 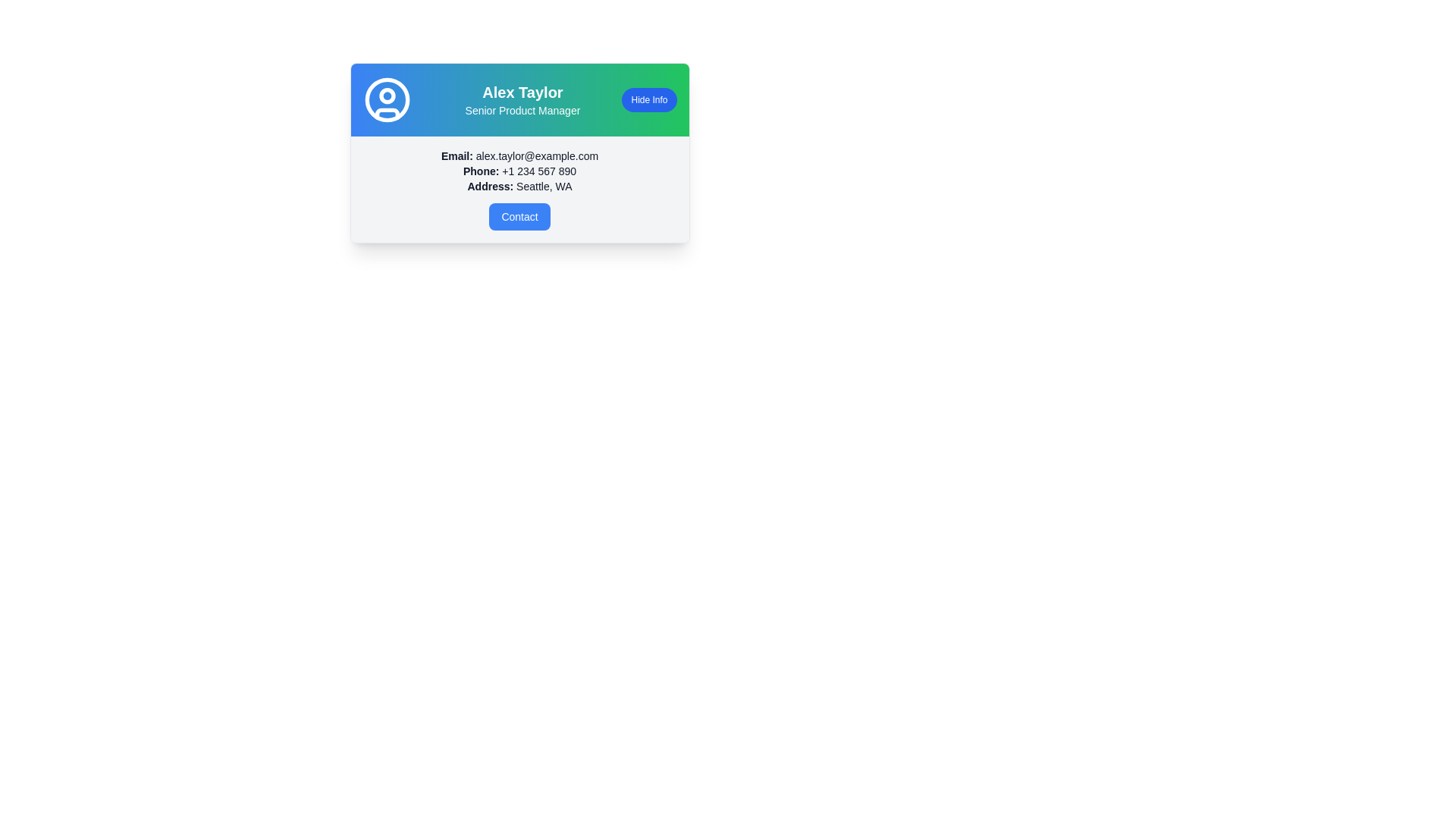 What do you see at coordinates (519, 186) in the screenshot?
I see `the text label that reads 'Address: Seattle, WA', which is the third text line in a light gray section of the interface, positioned between the 'Phone' line and the 'Contact' button` at bounding box center [519, 186].